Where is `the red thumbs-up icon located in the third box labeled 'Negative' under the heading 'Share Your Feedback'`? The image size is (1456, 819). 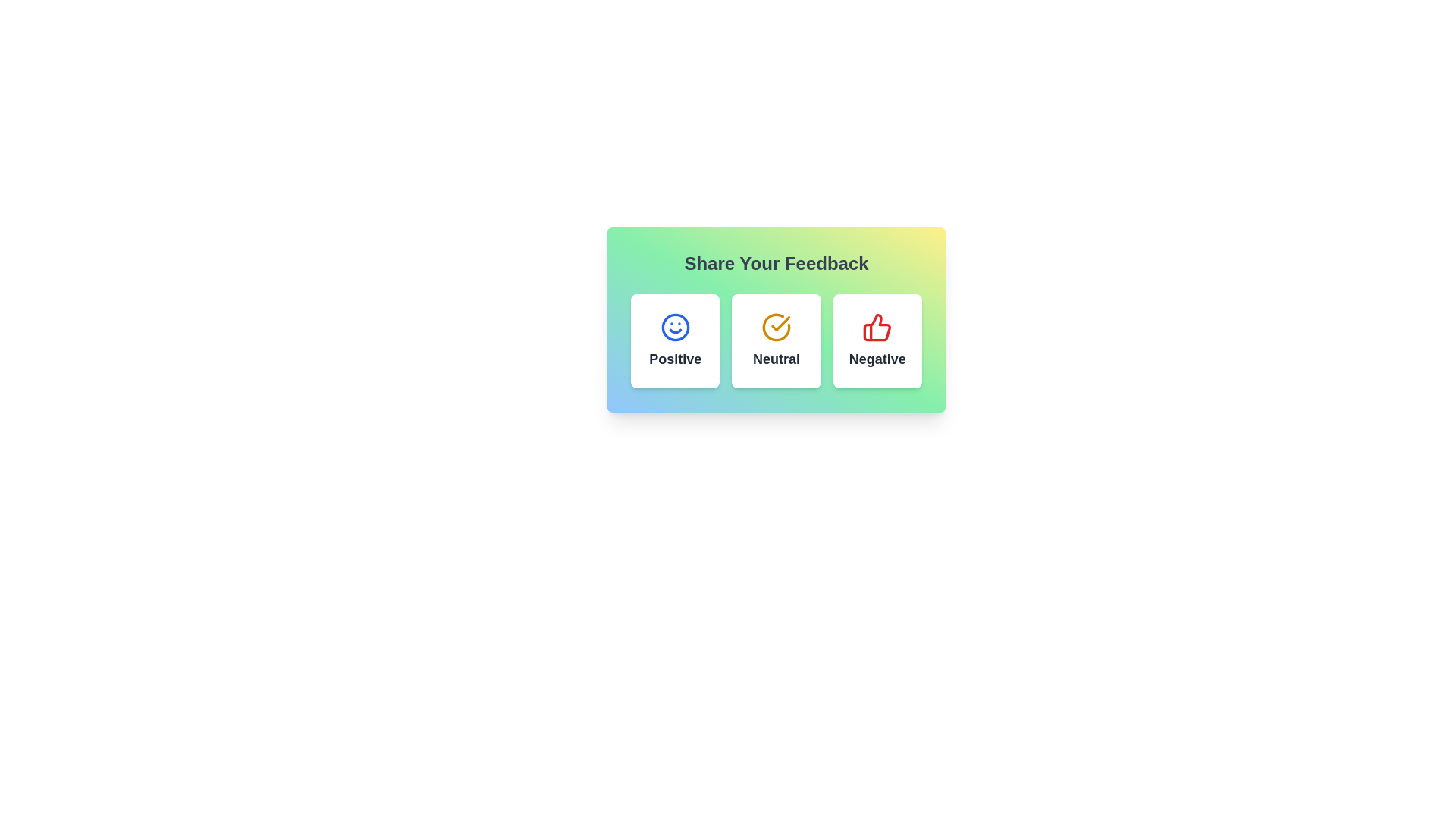 the red thumbs-up icon located in the third box labeled 'Negative' under the heading 'Share Your Feedback' is located at coordinates (877, 327).